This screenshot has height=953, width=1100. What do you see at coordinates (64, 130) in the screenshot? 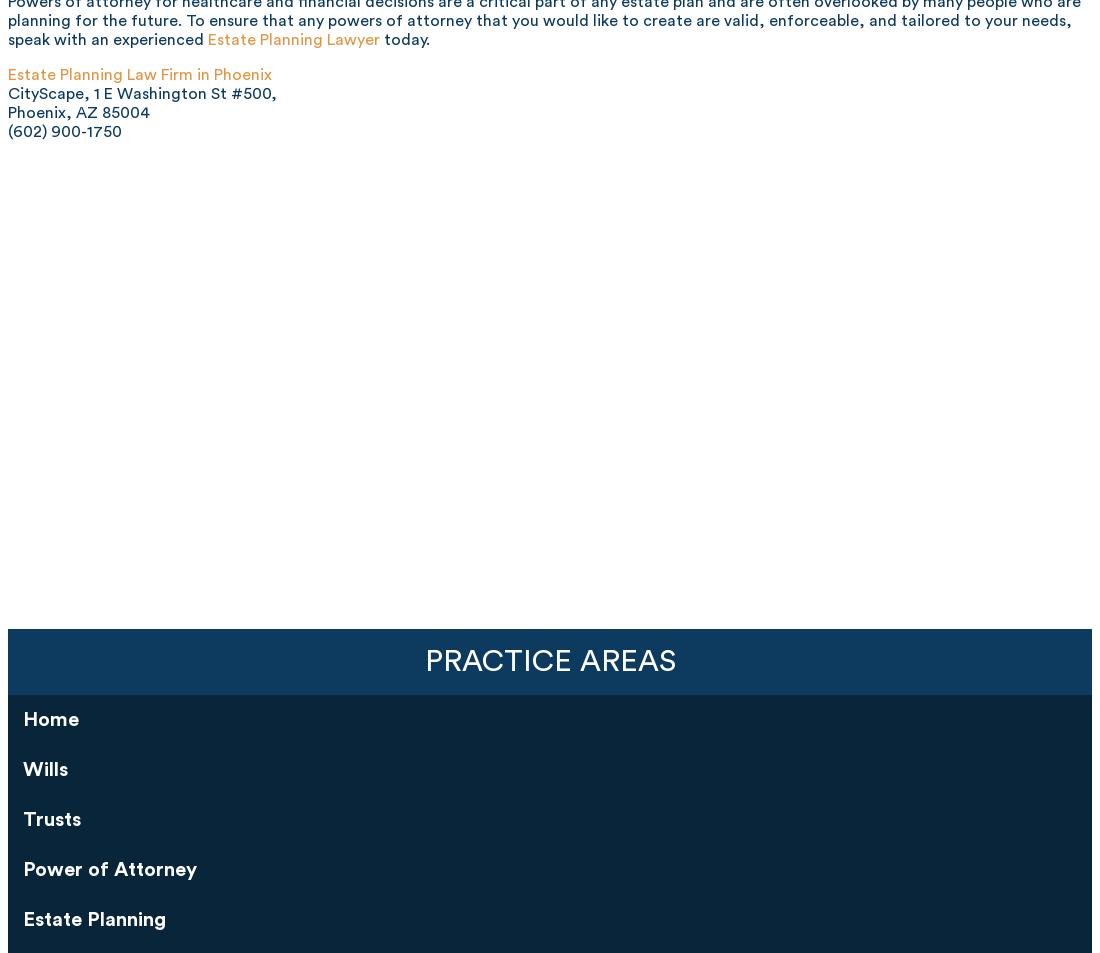
I see `'(602) 900-1750'` at bounding box center [64, 130].